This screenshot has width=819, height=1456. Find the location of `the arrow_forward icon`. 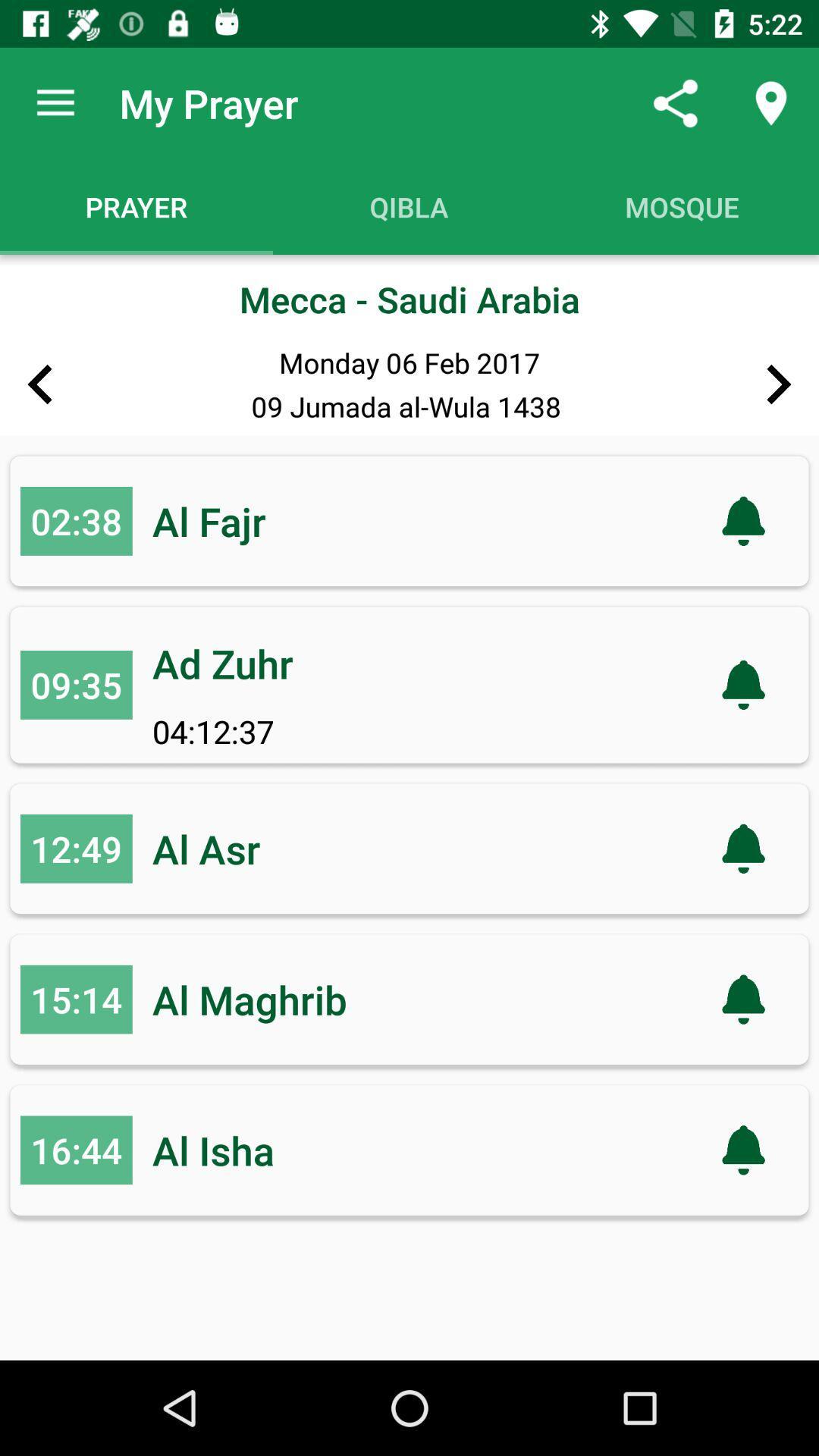

the arrow_forward icon is located at coordinates (779, 384).